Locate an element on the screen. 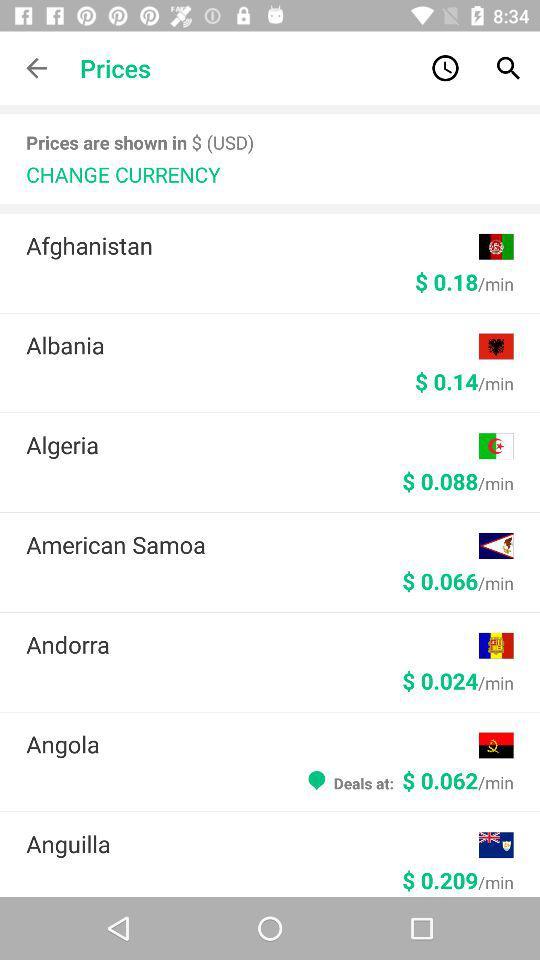 This screenshot has height=960, width=540. the prices are shown item is located at coordinates (139, 141).